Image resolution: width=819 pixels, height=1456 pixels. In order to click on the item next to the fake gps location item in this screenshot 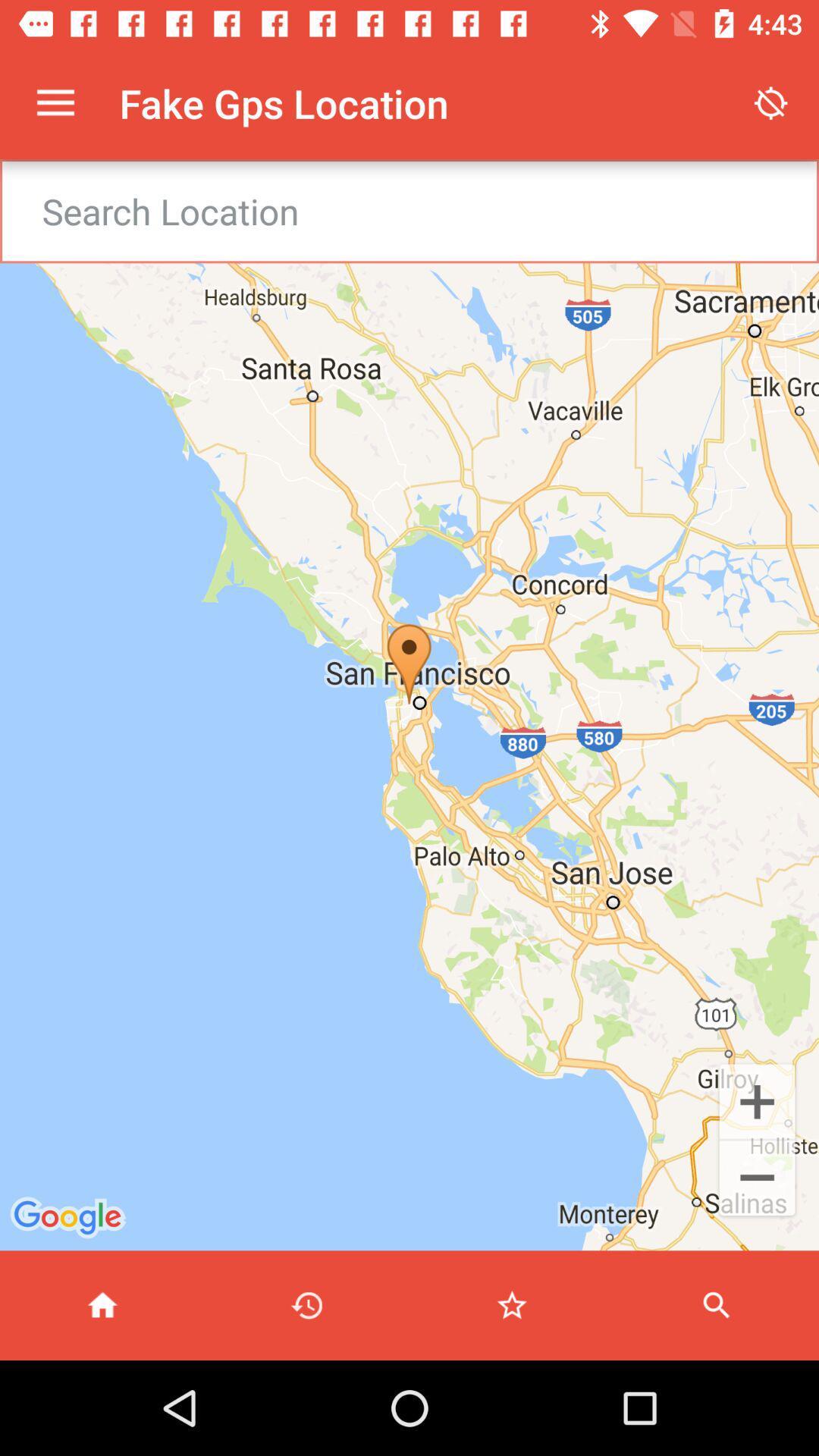, I will do `click(771, 102)`.